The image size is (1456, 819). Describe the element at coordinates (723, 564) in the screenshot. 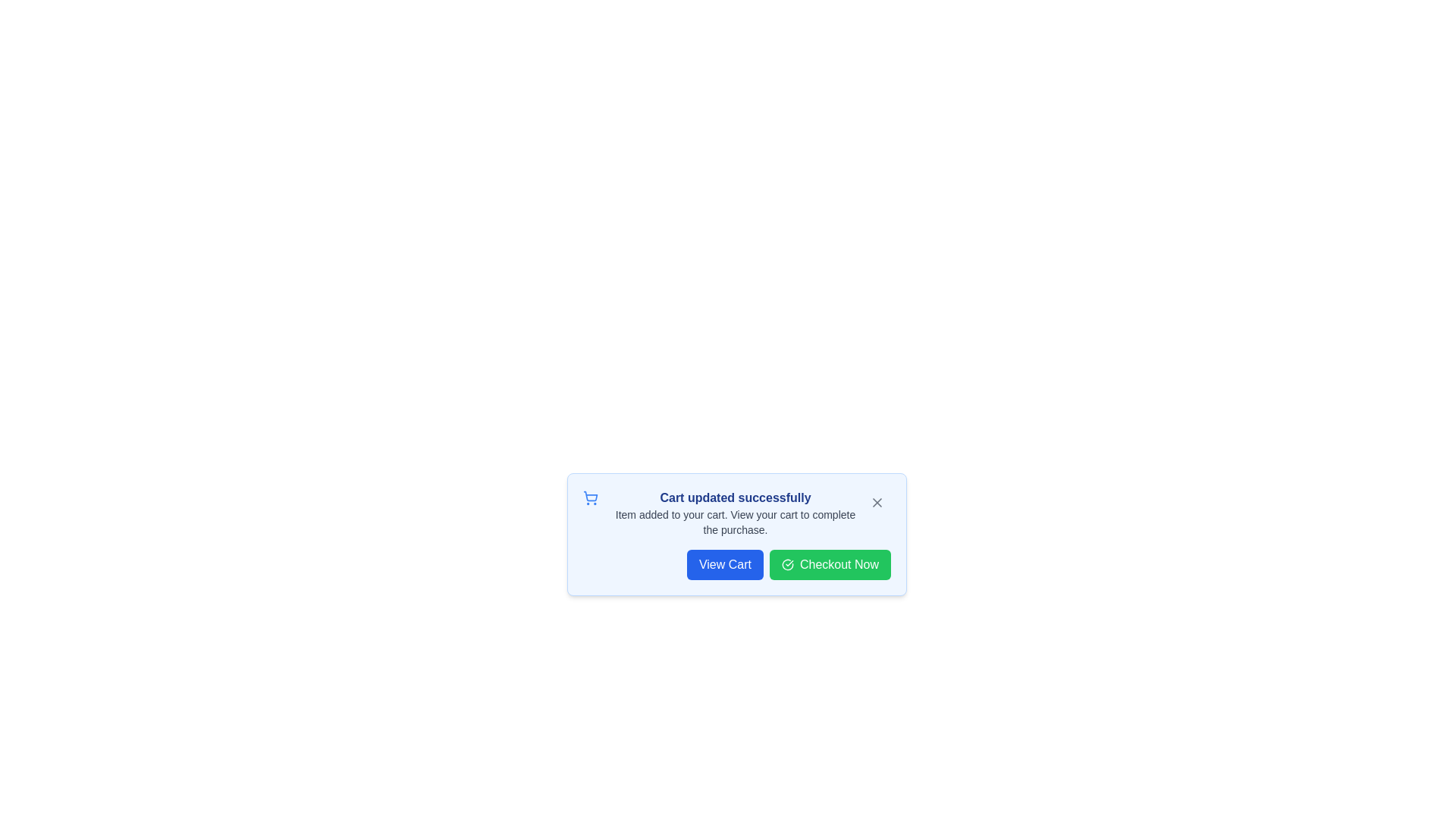

I see `the 'View Cart' button` at that location.